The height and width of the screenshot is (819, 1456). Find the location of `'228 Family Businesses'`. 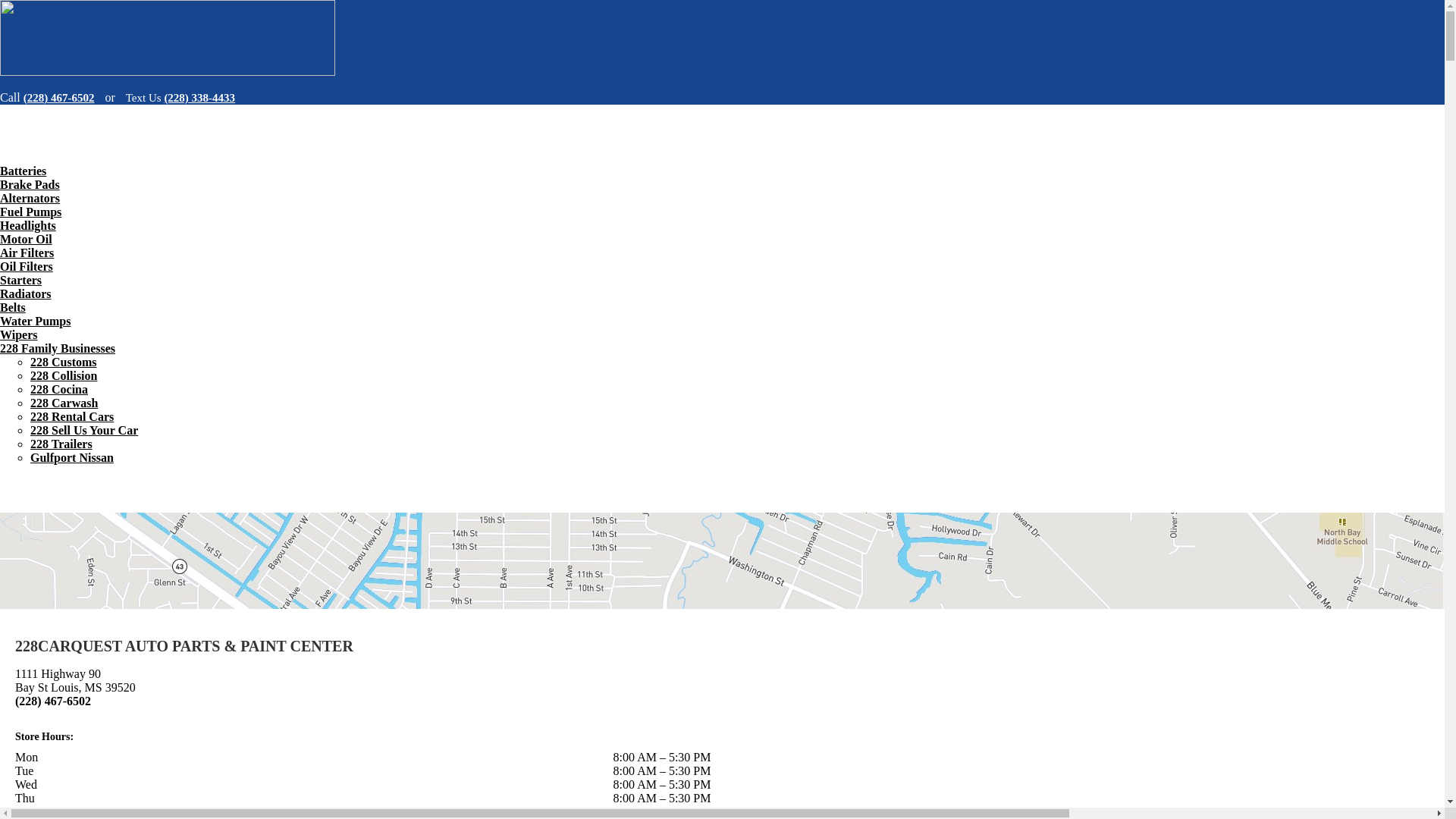

'228 Family Businesses' is located at coordinates (58, 348).